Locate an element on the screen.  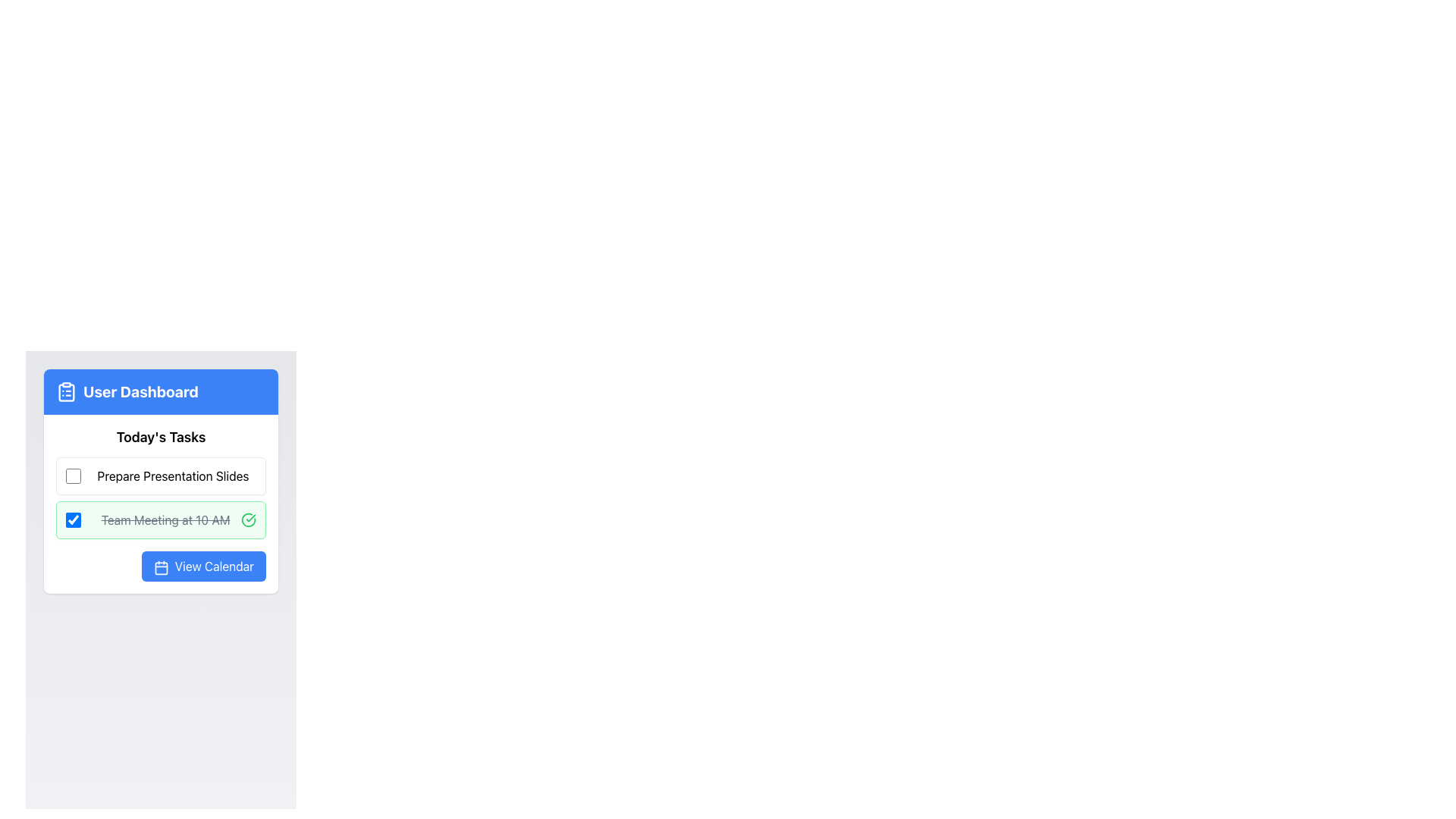
the Static Text Display that serves as a title or section header for the list of tasks, positioned under the 'User Dashboard' header is located at coordinates (161, 438).